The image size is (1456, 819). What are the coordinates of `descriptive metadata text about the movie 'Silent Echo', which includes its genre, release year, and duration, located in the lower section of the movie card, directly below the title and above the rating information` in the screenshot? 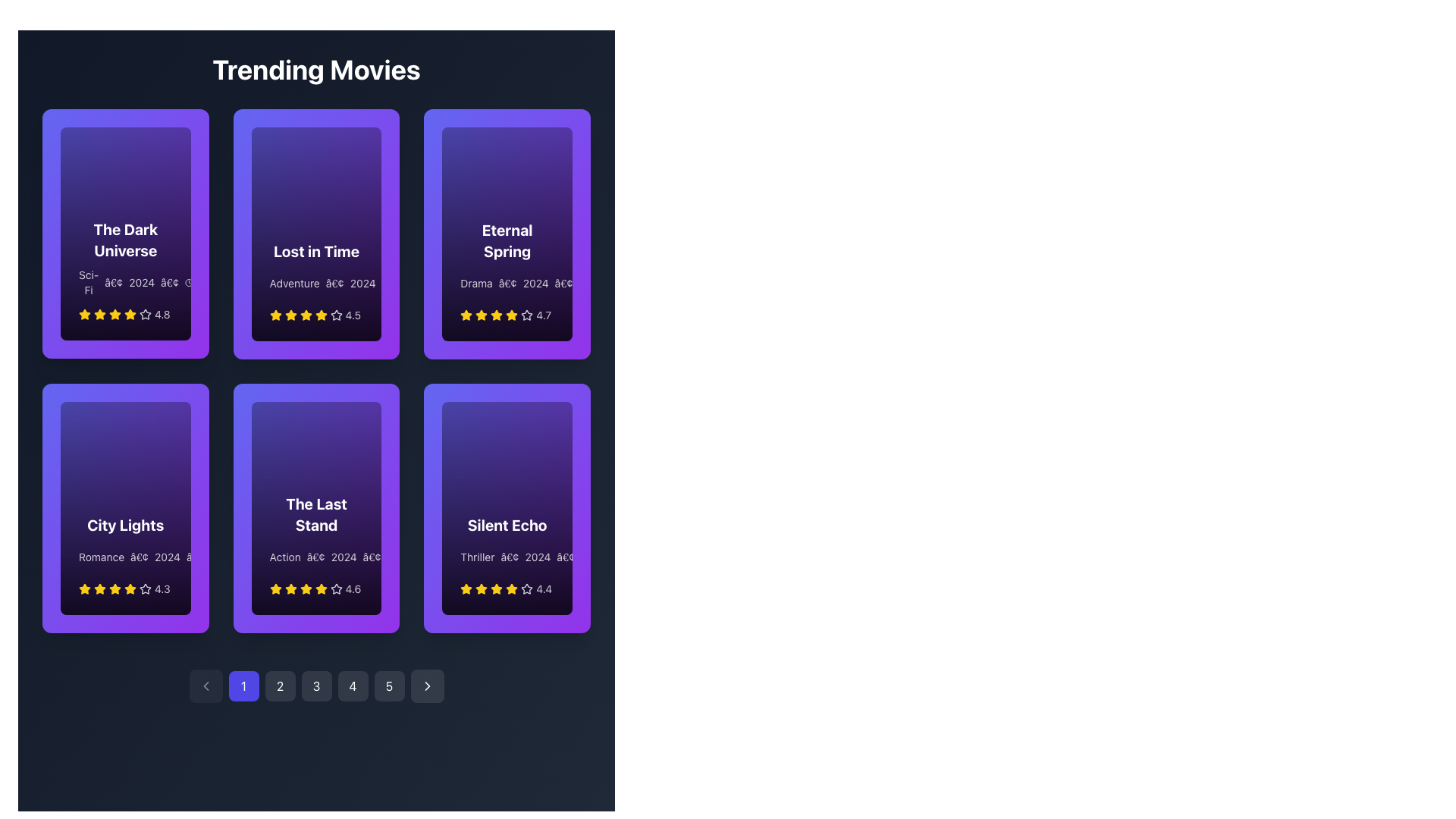 It's located at (507, 557).